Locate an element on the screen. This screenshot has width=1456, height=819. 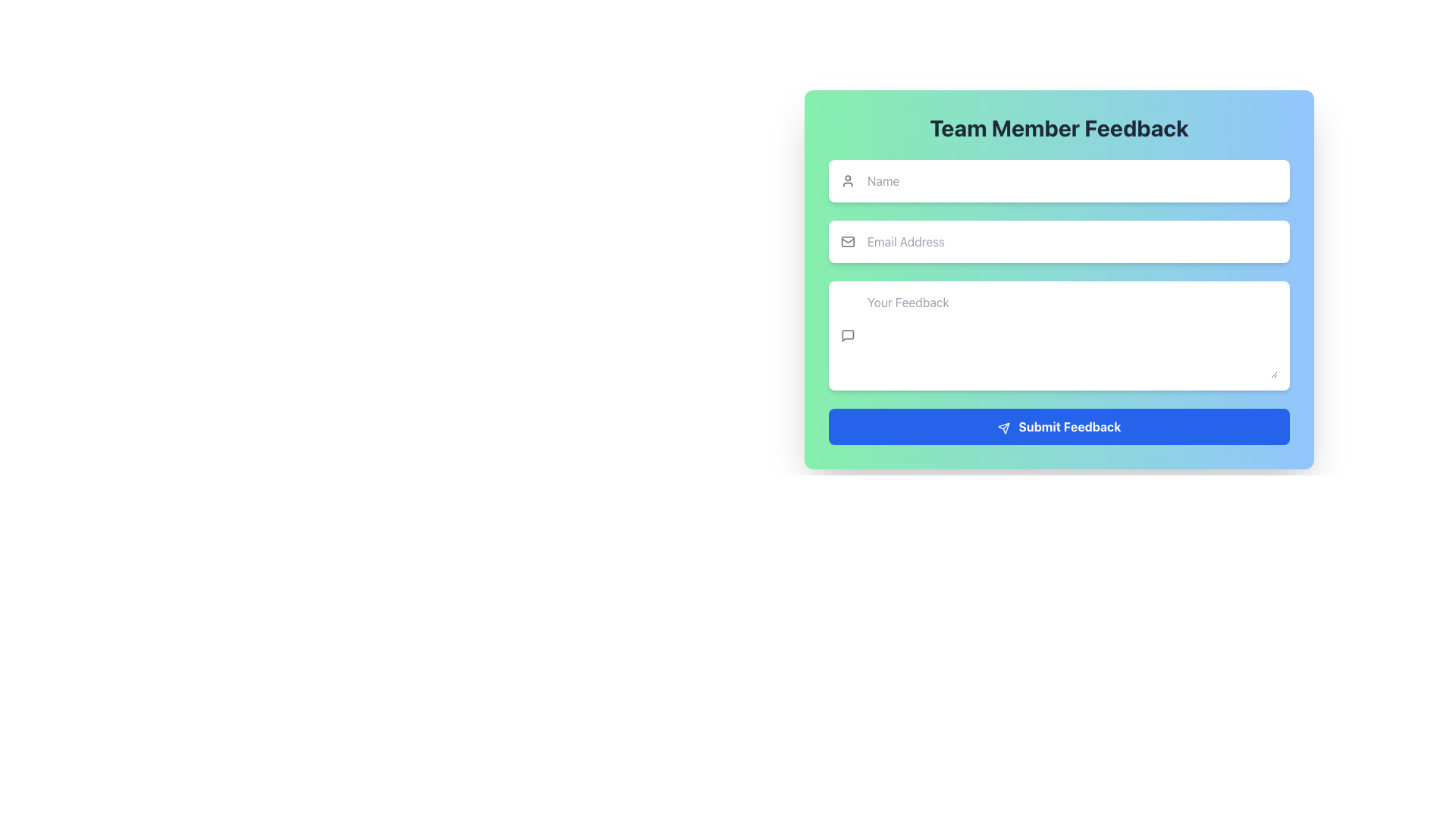
the chat or comment icon located at the top-left corner of the feedback text area under the 'Your Feedback' label is located at coordinates (847, 335).